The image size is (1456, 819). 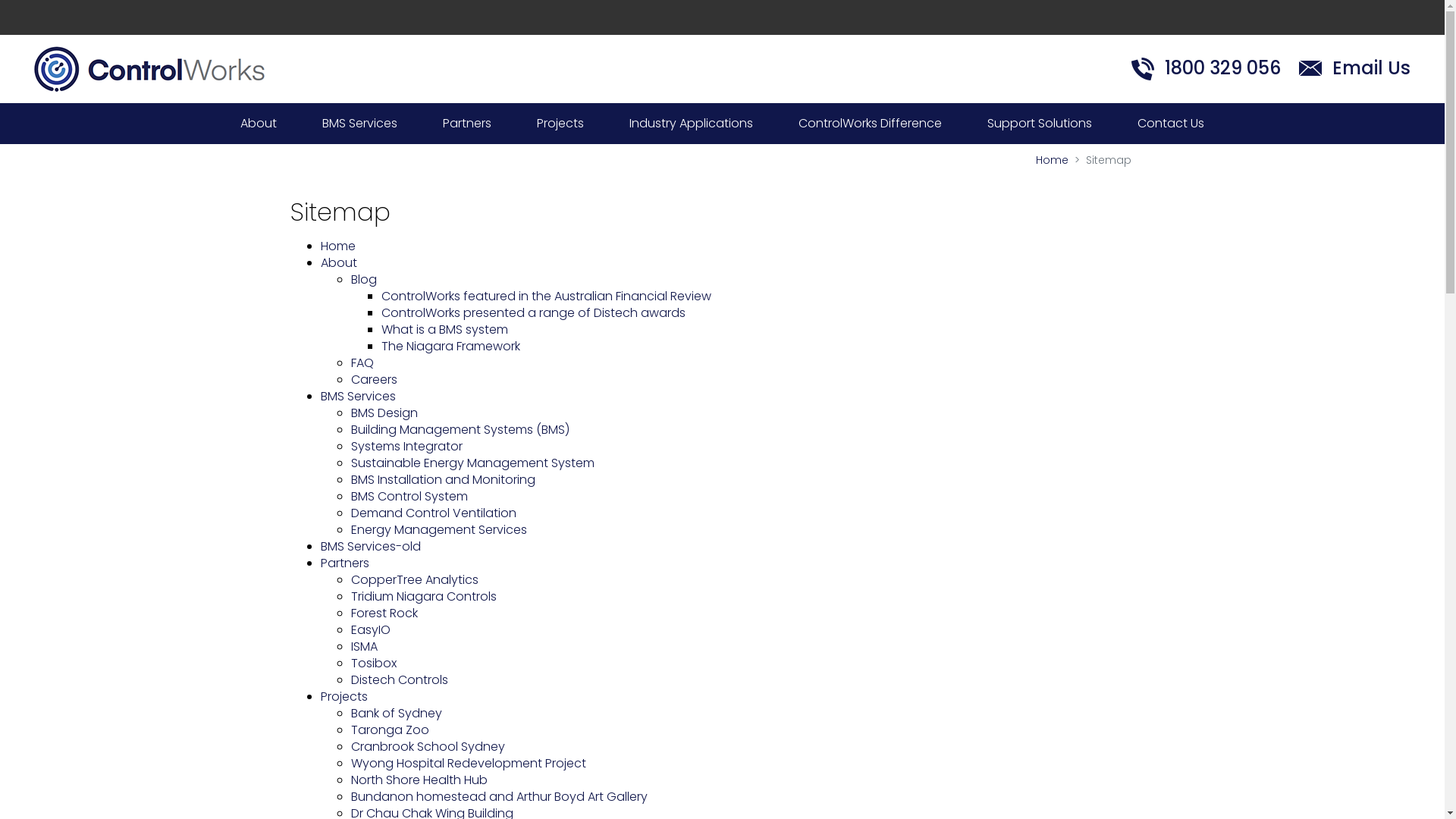 What do you see at coordinates (383, 612) in the screenshot?
I see `'Forest Rock'` at bounding box center [383, 612].